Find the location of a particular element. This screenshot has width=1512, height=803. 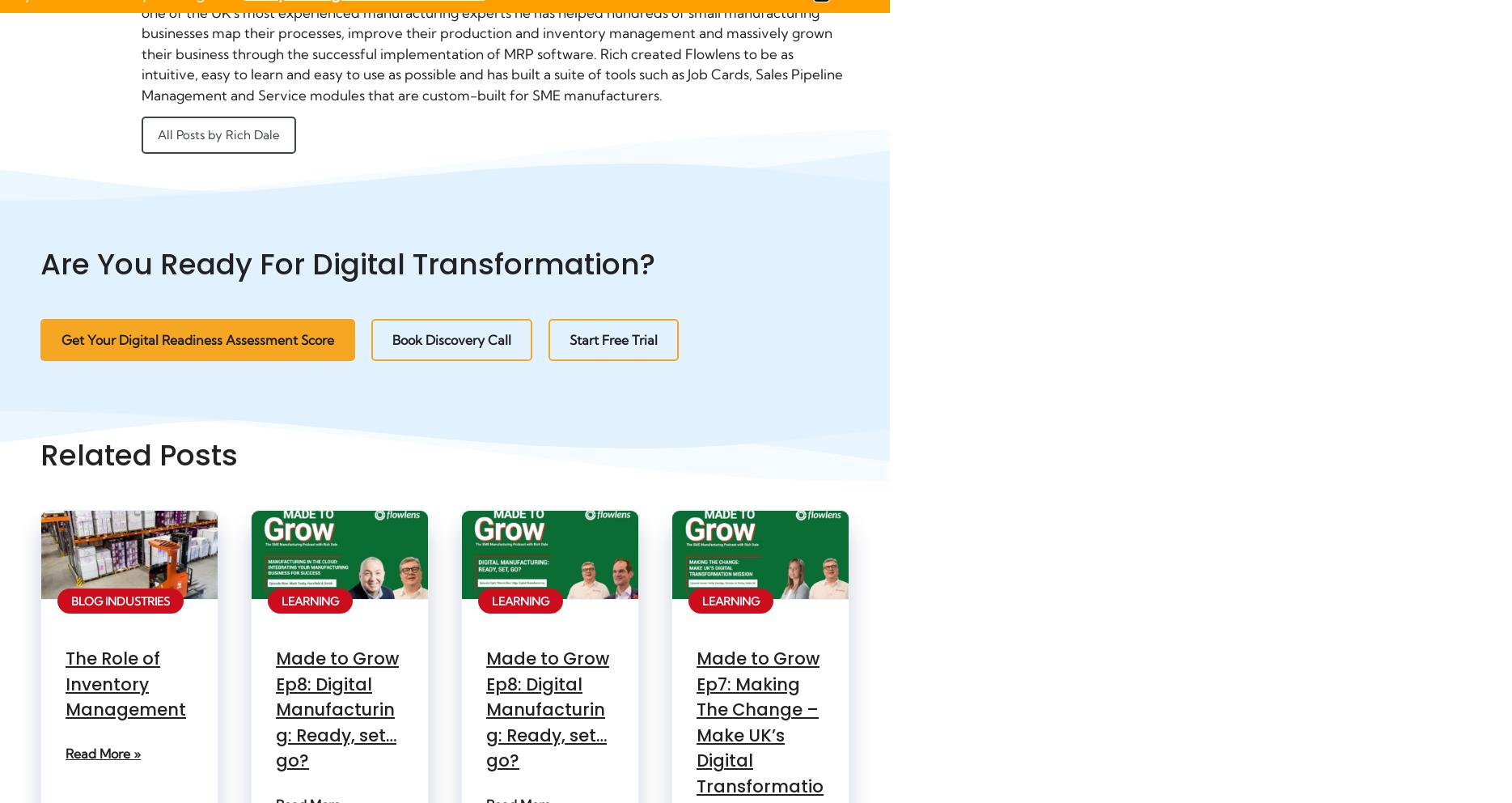

'Get Your Digital Readiness Assessment Score' is located at coordinates (197, 339).